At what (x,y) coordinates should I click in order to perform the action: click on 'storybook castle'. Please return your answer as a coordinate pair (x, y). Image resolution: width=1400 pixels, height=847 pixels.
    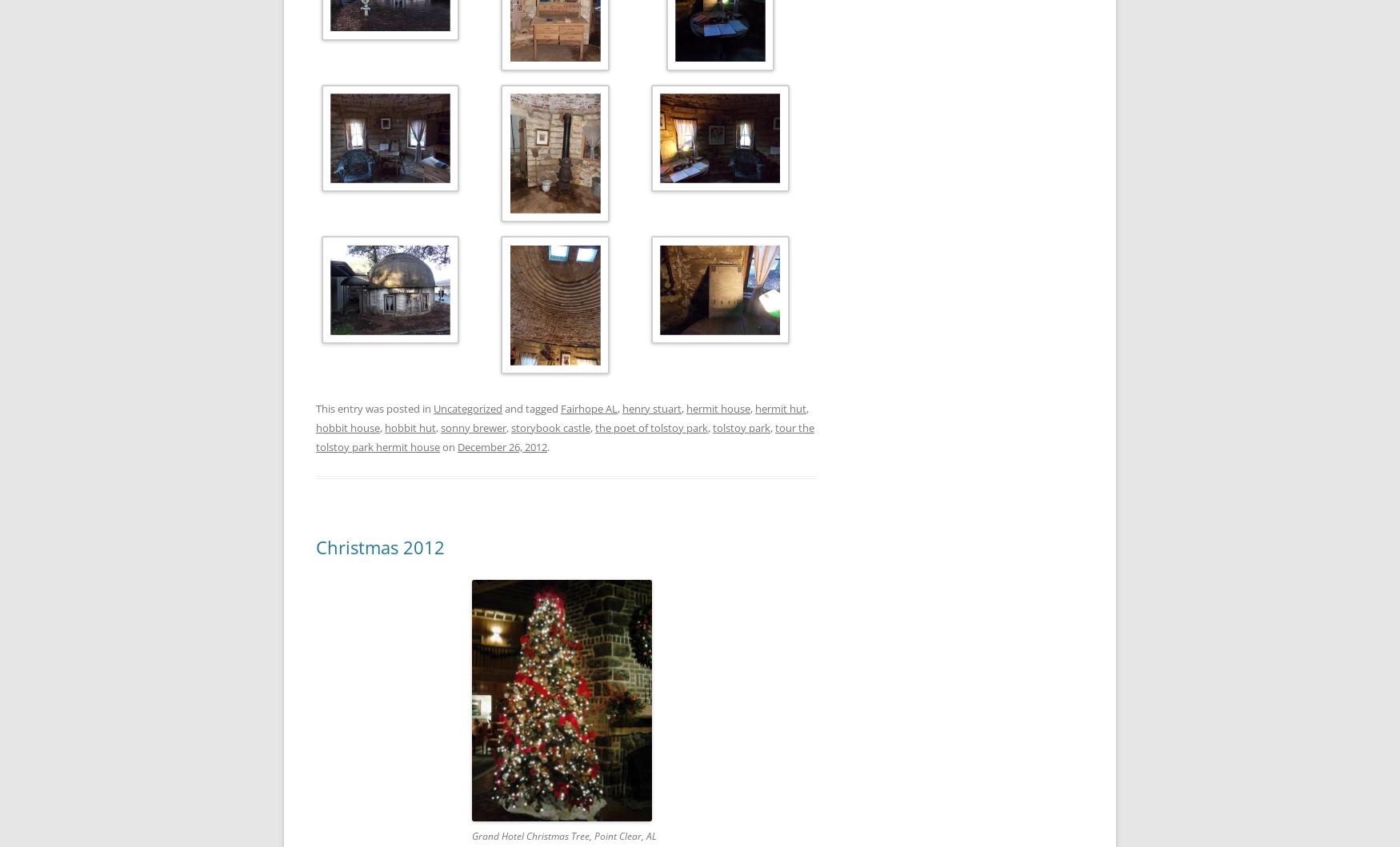
    Looking at the image, I should click on (550, 425).